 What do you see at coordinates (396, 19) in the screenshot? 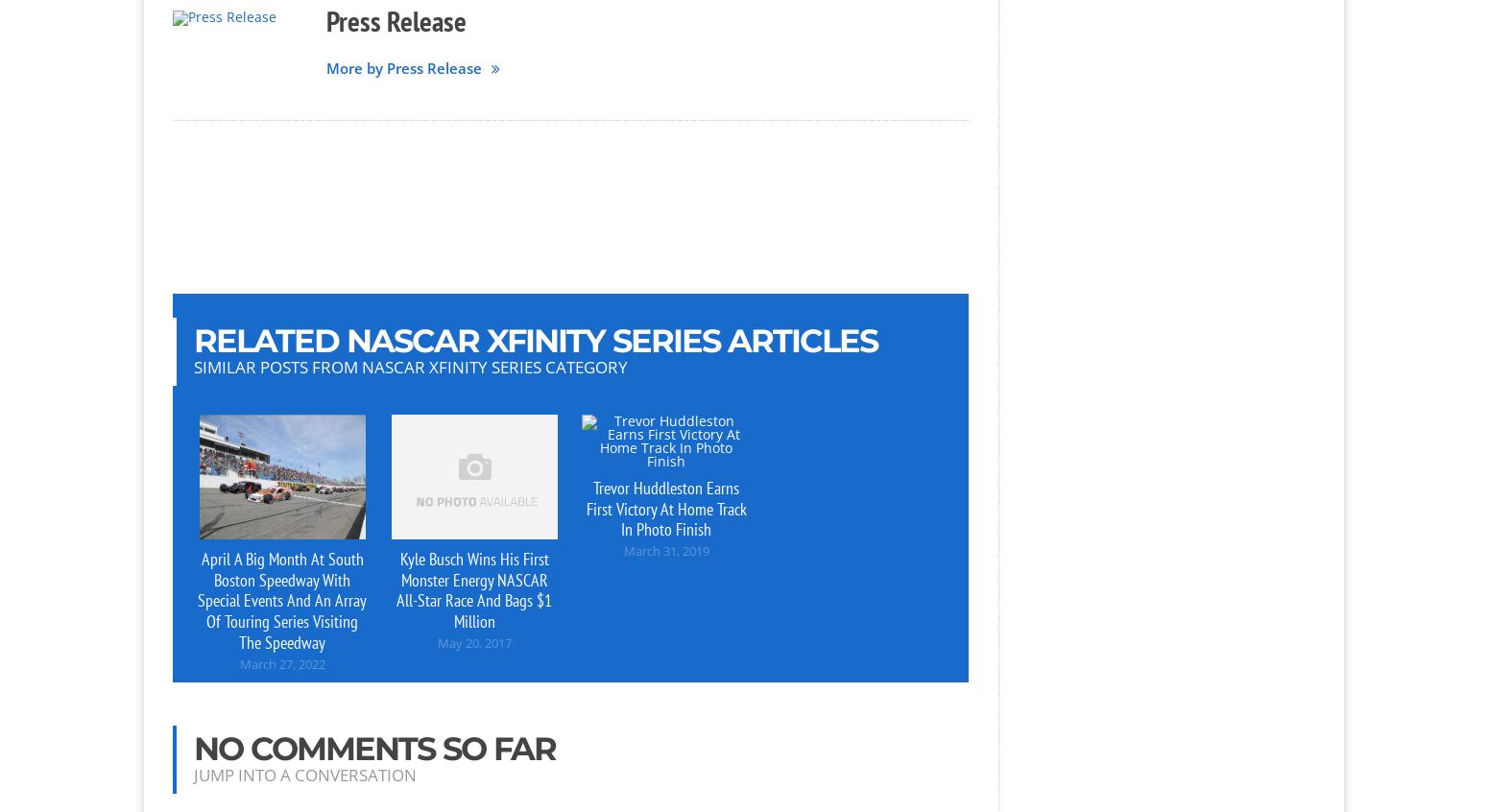
I see `'Press Release'` at bounding box center [396, 19].